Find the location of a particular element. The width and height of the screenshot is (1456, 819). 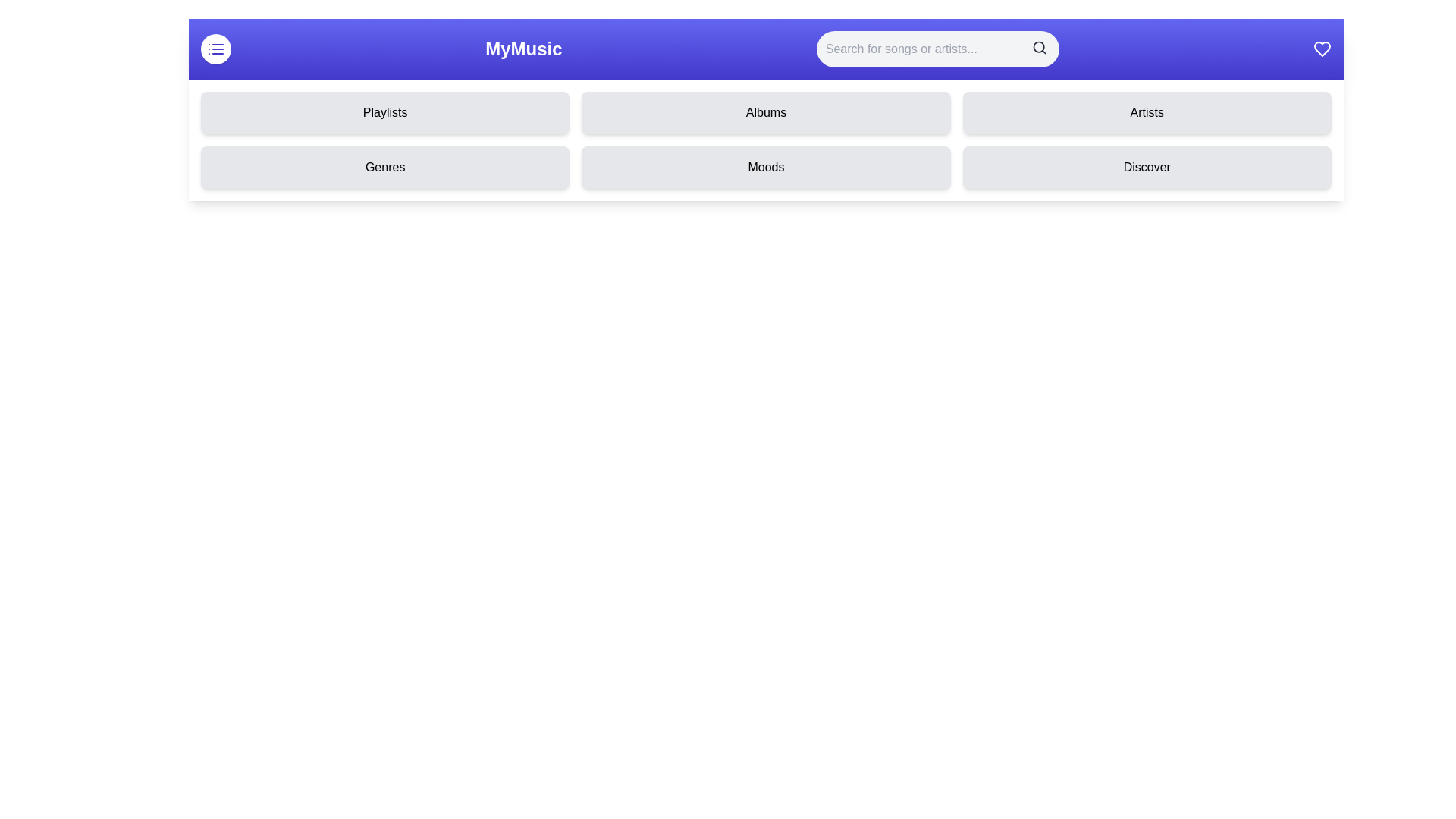

the menu toggle button to change the menu's visibility is located at coordinates (215, 49).